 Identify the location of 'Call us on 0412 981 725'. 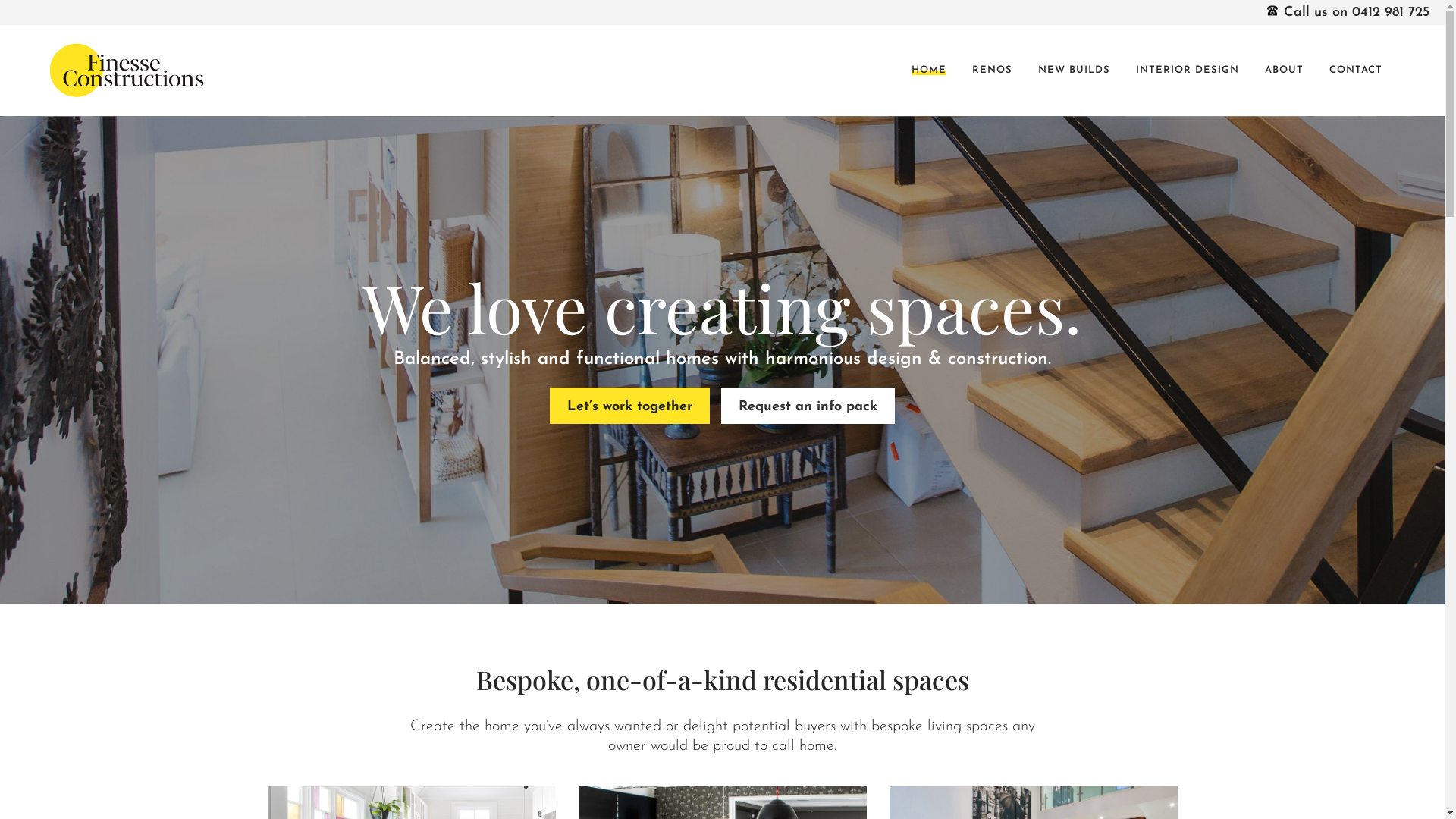
(1348, 12).